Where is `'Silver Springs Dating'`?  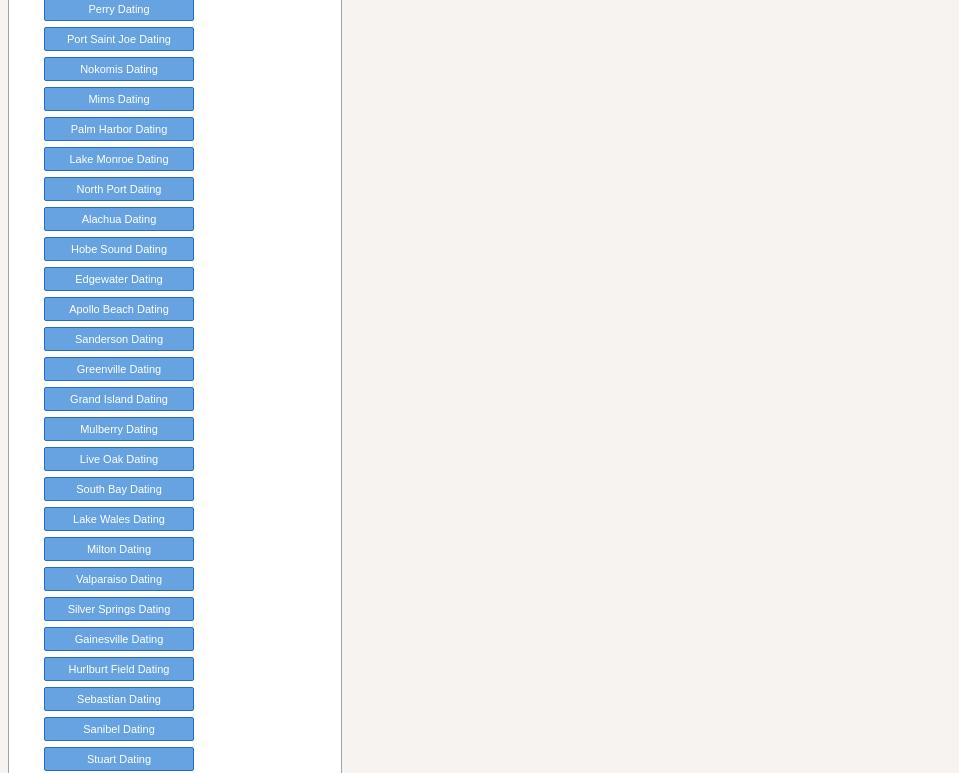
'Silver Springs Dating' is located at coordinates (118, 607).